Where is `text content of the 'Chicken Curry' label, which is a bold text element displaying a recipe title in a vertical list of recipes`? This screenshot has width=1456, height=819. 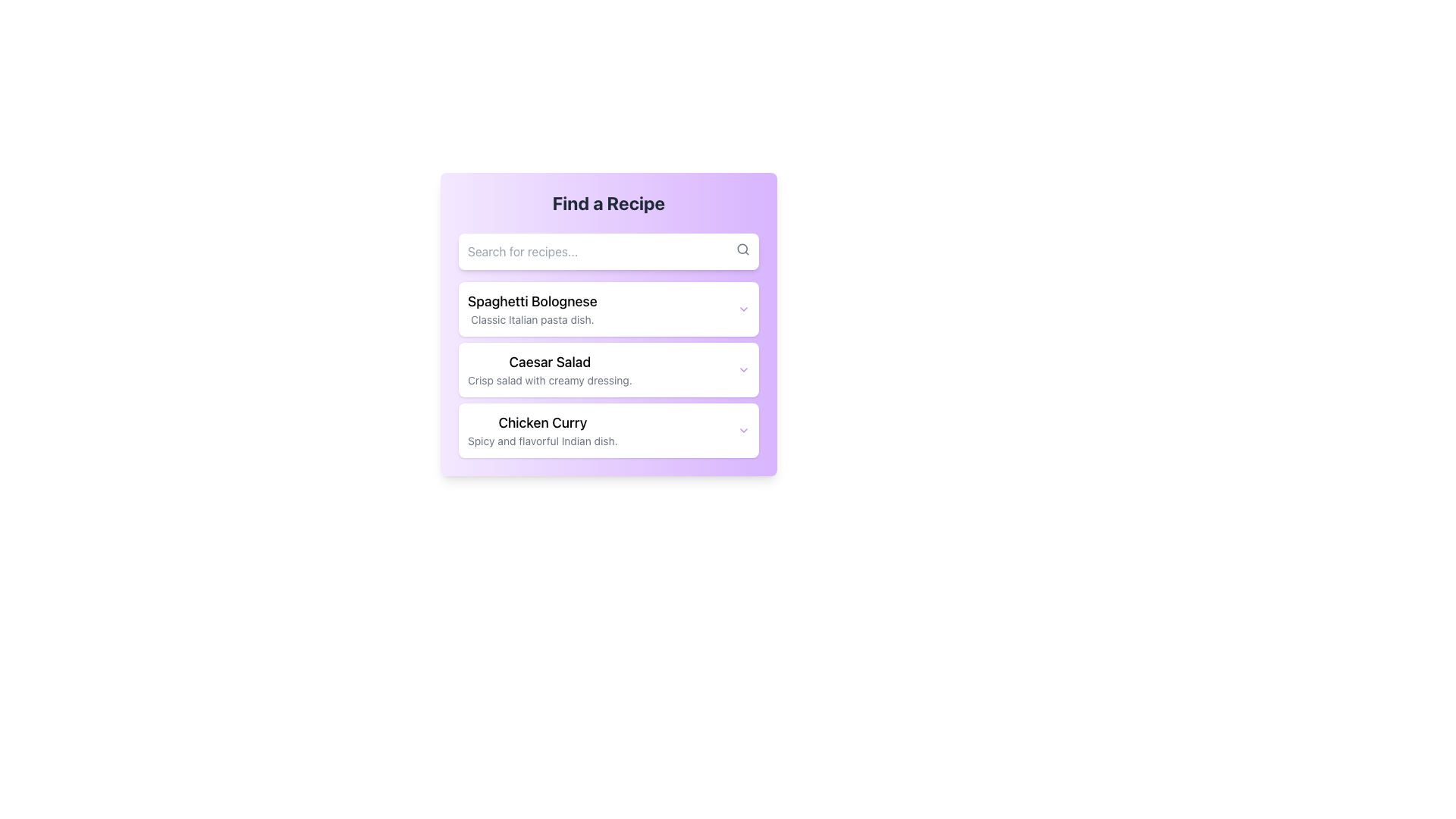
text content of the 'Chicken Curry' label, which is a bold text element displaying a recipe title in a vertical list of recipes is located at coordinates (542, 423).